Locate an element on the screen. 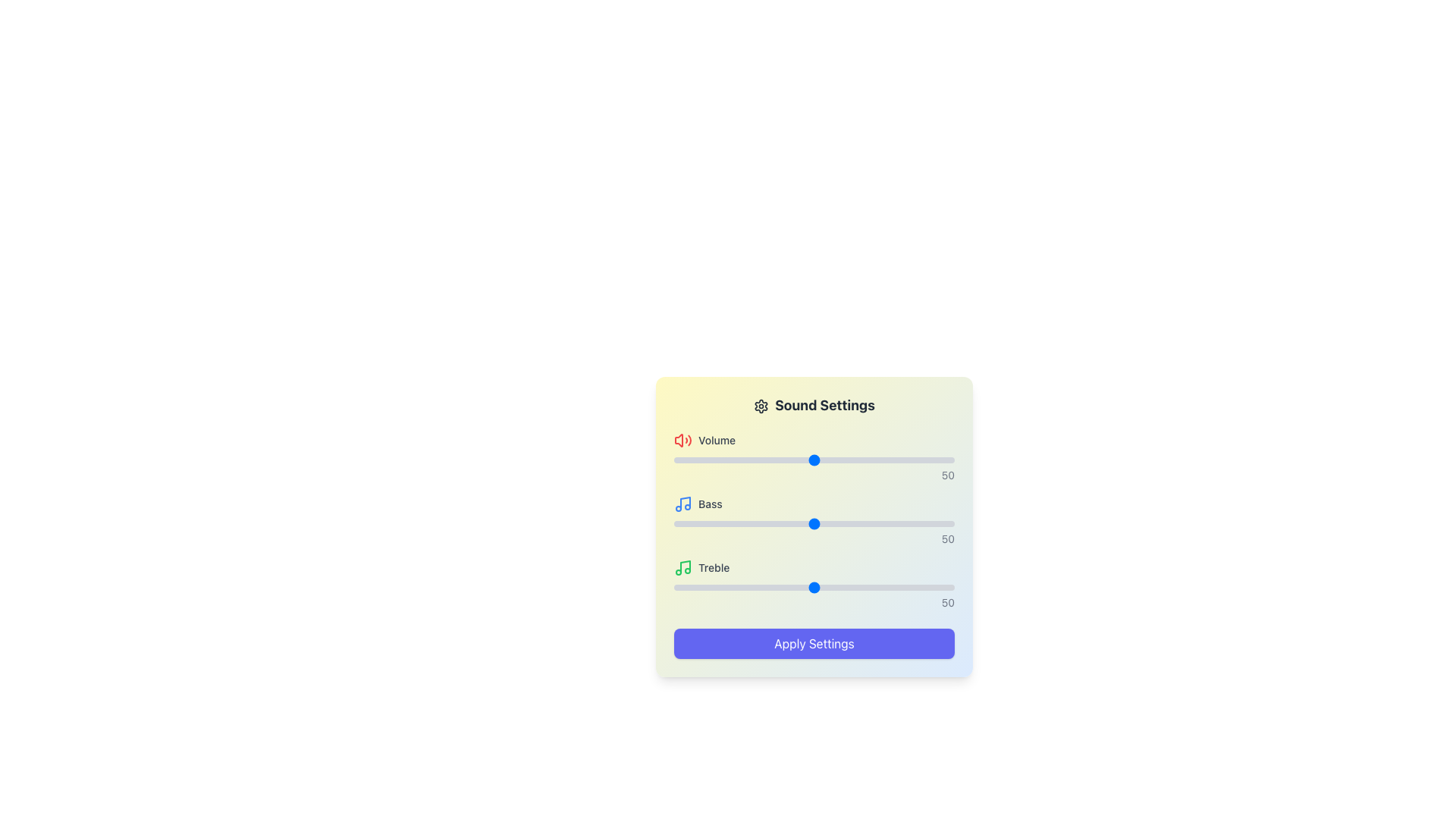  the handle of the 'Bass' slider control is located at coordinates (814, 522).